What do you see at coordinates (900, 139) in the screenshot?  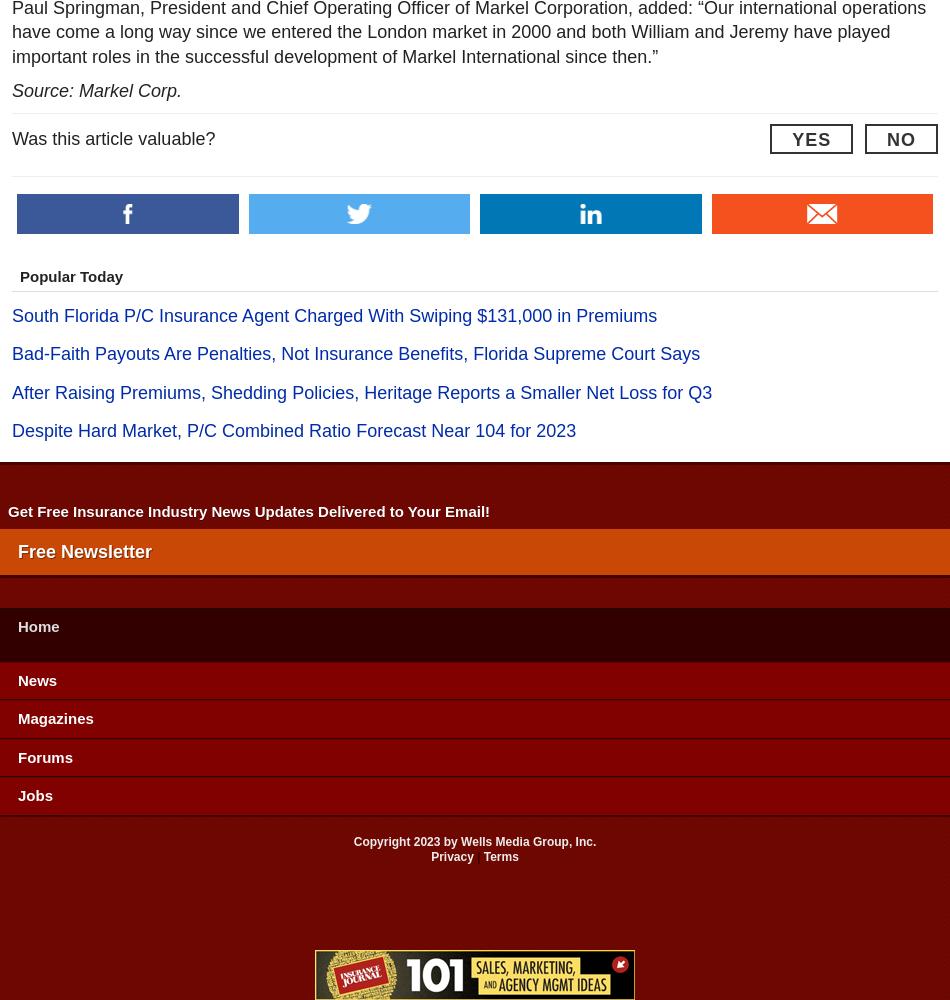 I see `'No'` at bounding box center [900, 139].